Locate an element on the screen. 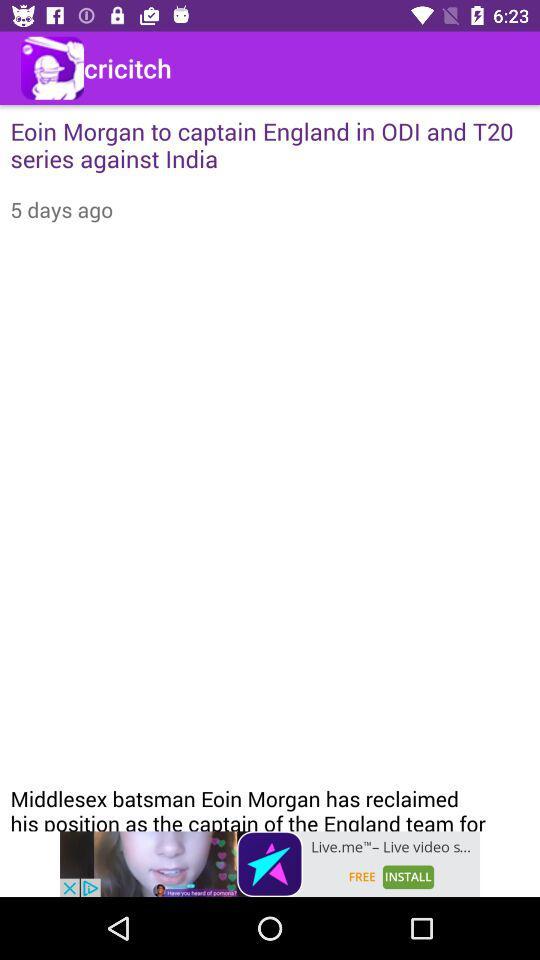 This screenshot has height=960, width=540. video apps is located at coordinates (270, 863).